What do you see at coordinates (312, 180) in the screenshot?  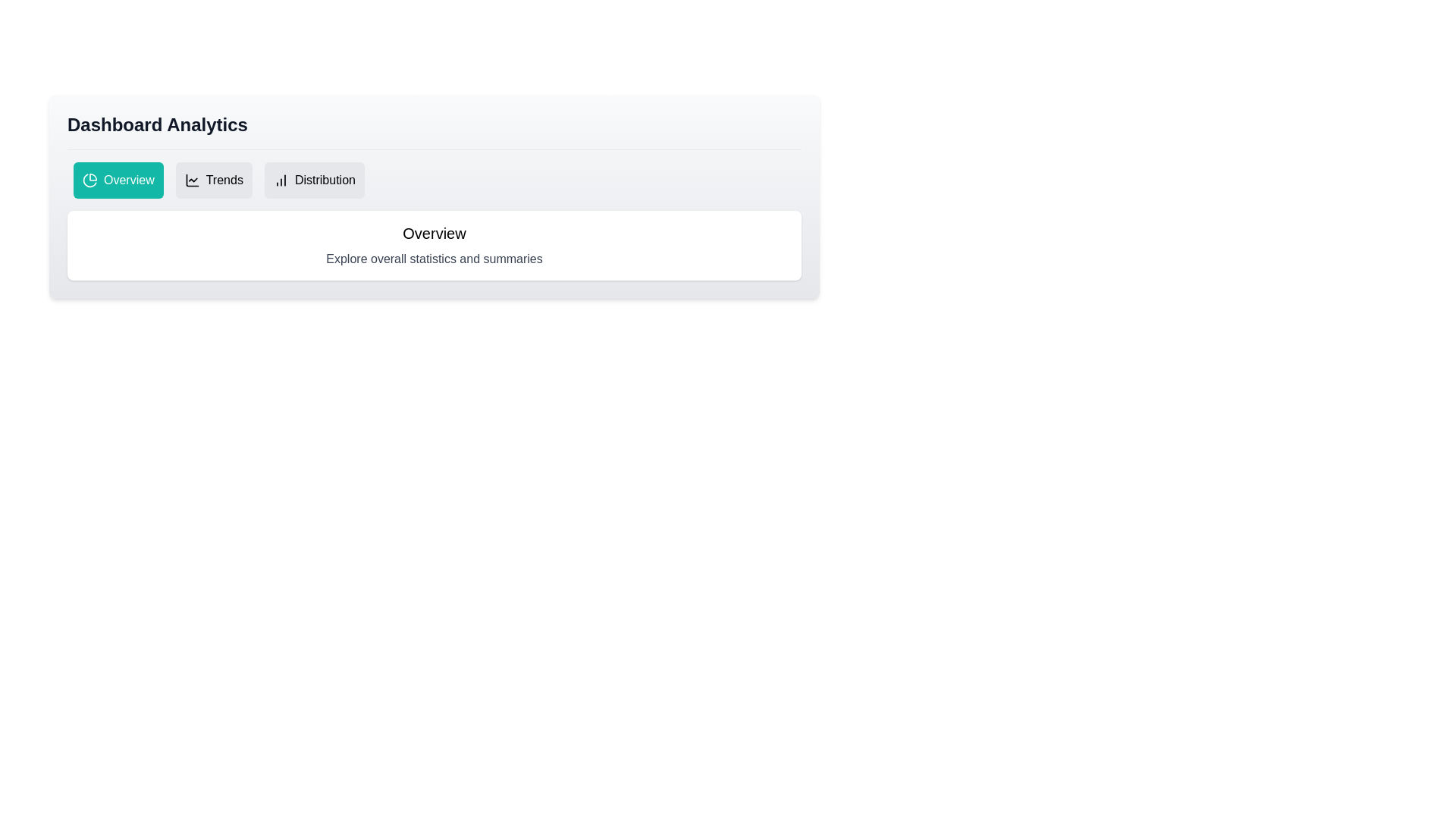 I see `the Distribution tab by clicking on its respective button` at bounding box center [312, 180].